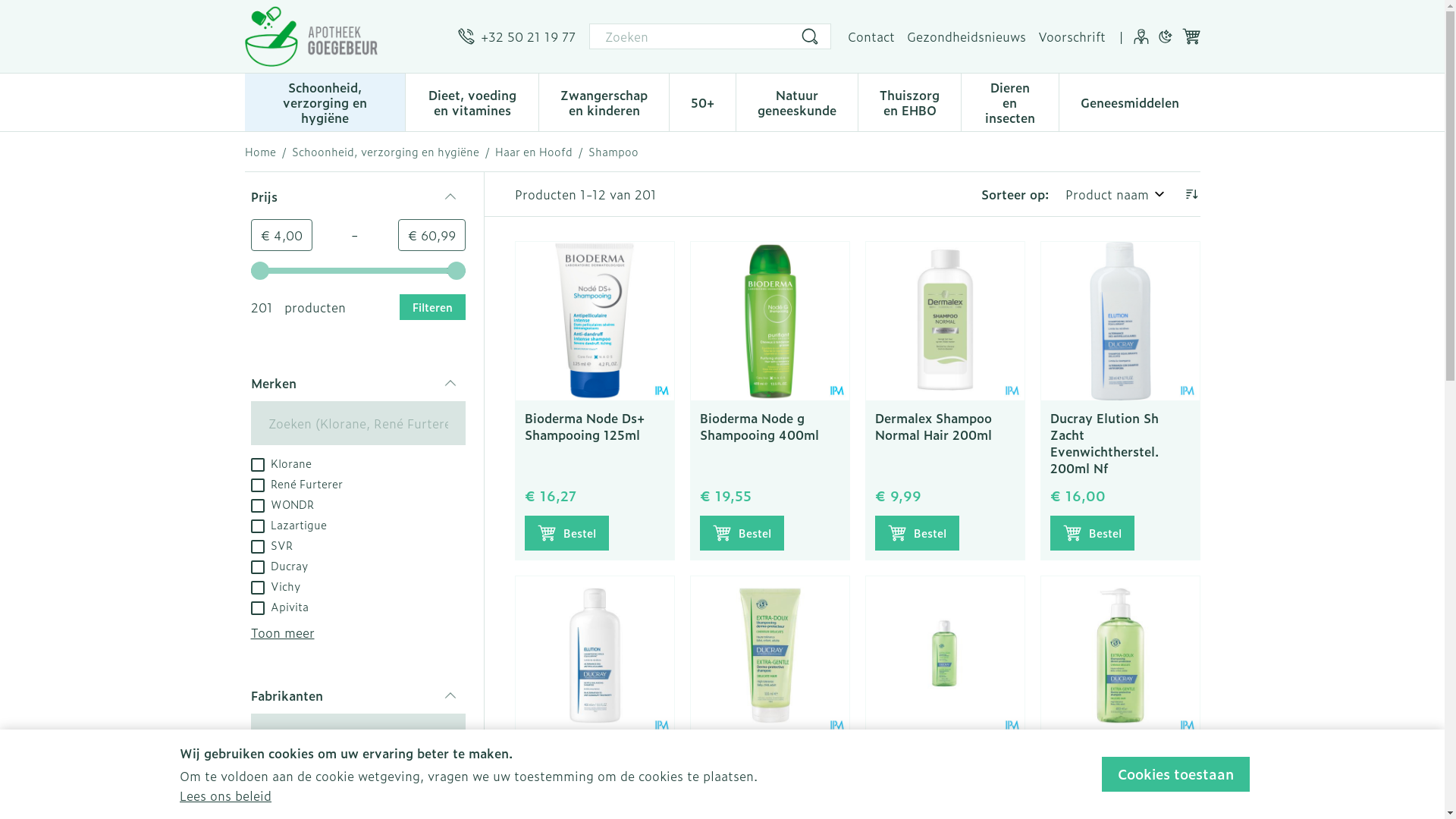  I want to click on 'on', so click(257, 587).